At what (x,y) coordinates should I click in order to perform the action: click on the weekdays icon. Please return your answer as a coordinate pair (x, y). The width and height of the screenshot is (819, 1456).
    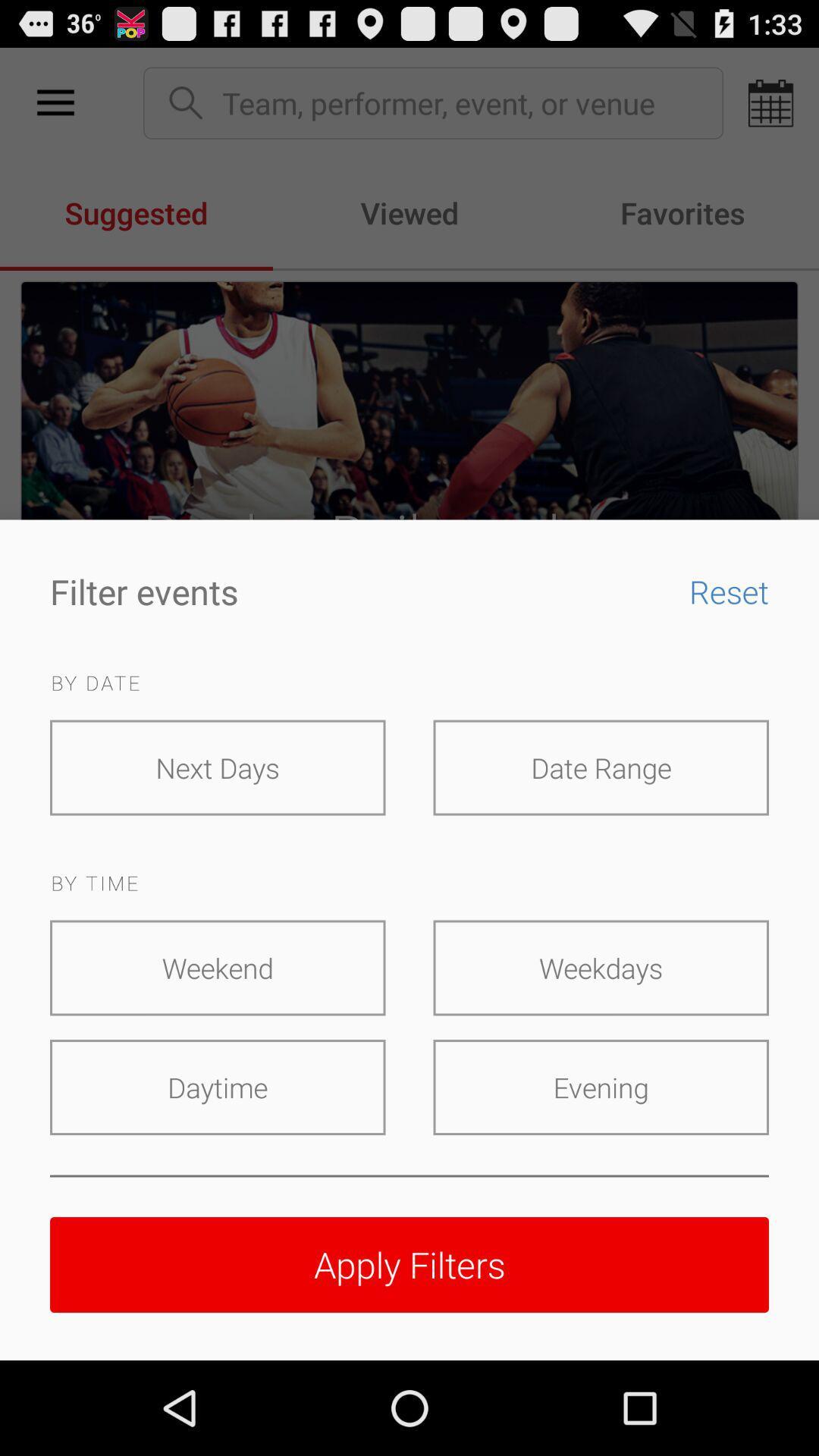
    Looking at the image, I should click on (600, 967).